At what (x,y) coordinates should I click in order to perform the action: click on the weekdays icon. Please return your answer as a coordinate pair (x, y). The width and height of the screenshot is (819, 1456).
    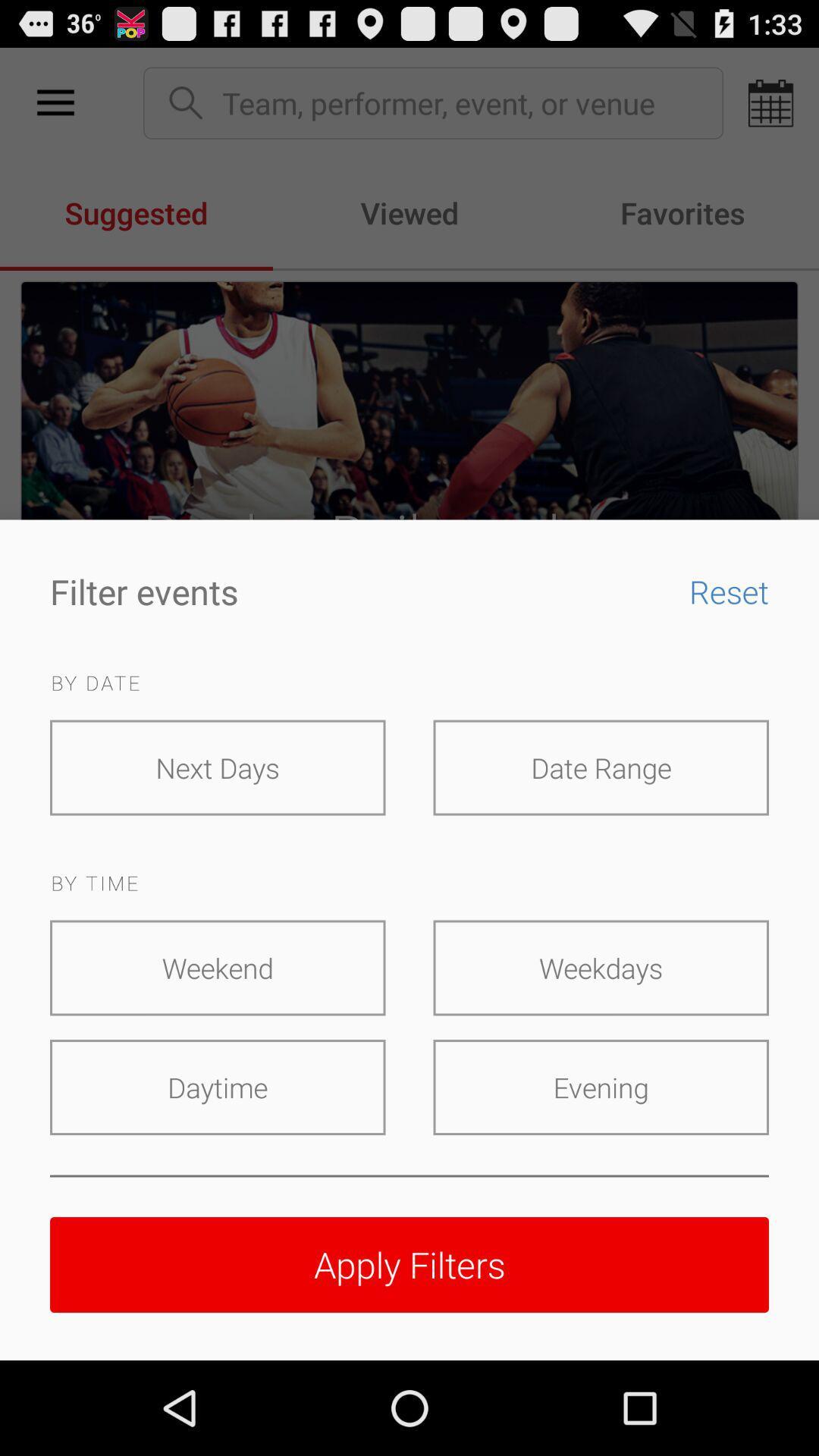
    Looking at the image, I should click on (600, 967).